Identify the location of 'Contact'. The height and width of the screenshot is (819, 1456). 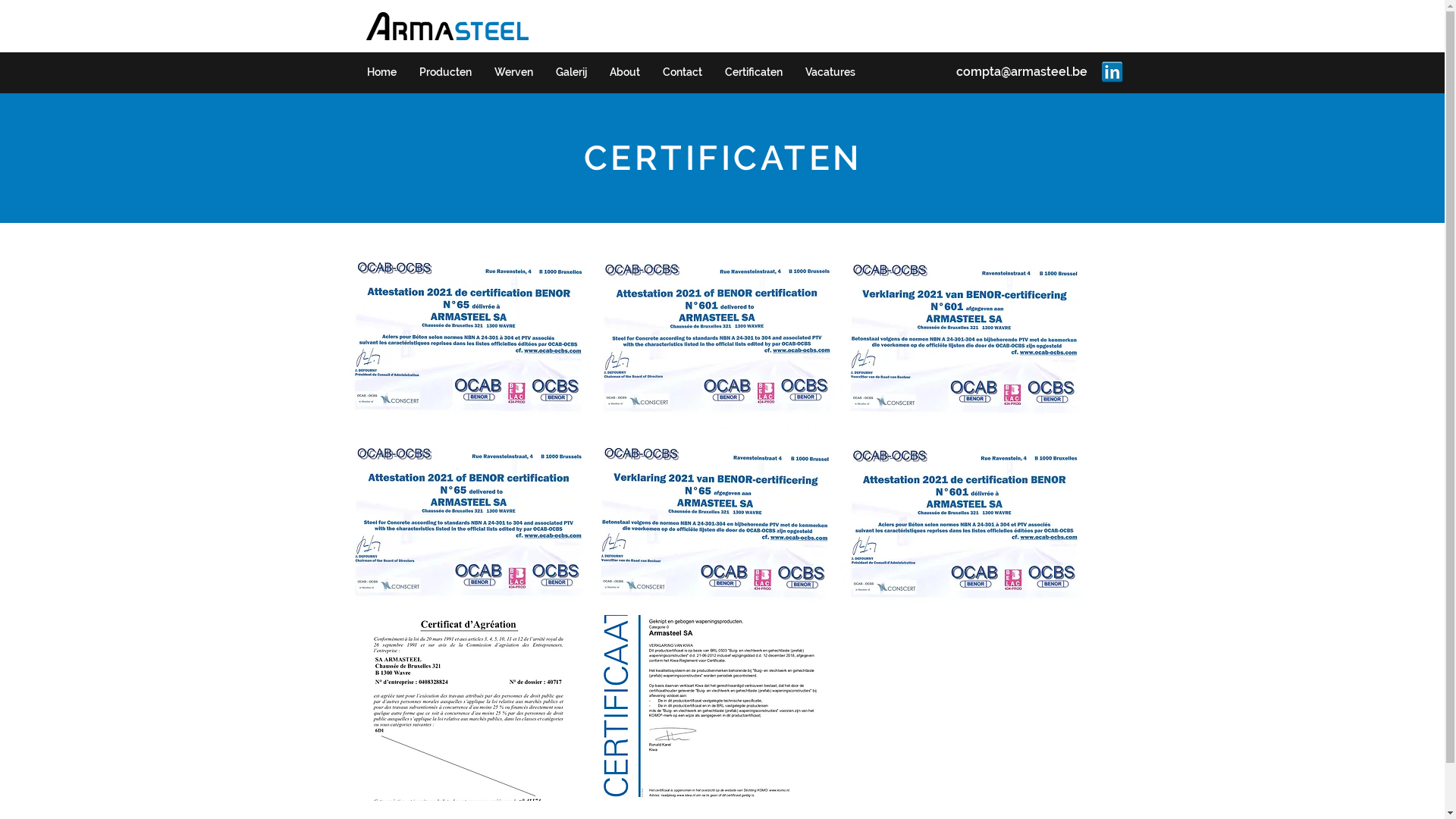
(651, 72).